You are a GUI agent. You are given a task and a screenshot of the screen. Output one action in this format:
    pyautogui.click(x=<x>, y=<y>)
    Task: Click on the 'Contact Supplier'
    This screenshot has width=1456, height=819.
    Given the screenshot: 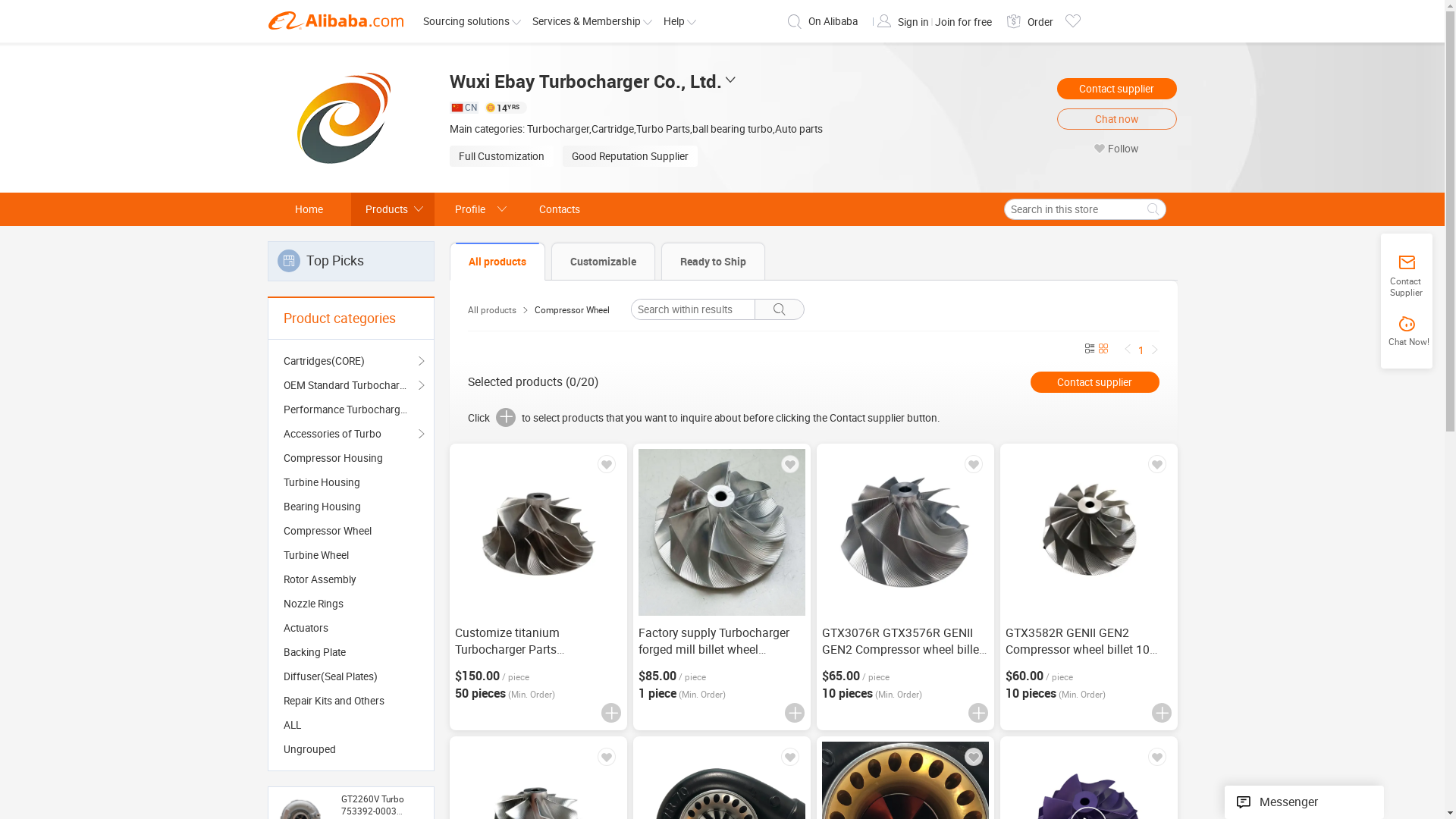 What is the action you would take?
    pyautogui.click(x=1405, y=276)
    